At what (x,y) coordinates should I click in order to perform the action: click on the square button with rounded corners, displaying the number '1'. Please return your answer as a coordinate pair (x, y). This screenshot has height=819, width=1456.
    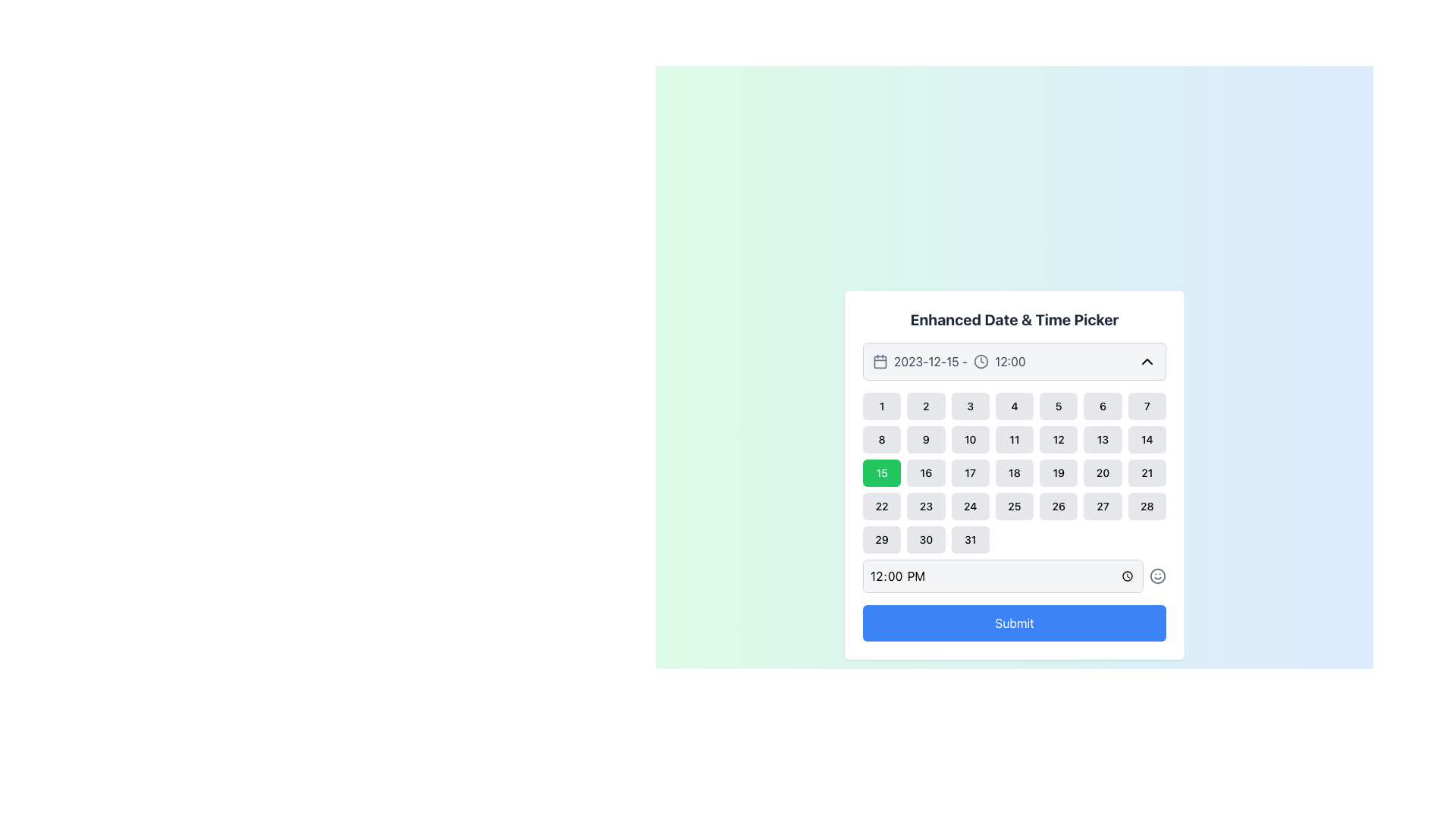
    Looking at the image, I should click on (882, 406).